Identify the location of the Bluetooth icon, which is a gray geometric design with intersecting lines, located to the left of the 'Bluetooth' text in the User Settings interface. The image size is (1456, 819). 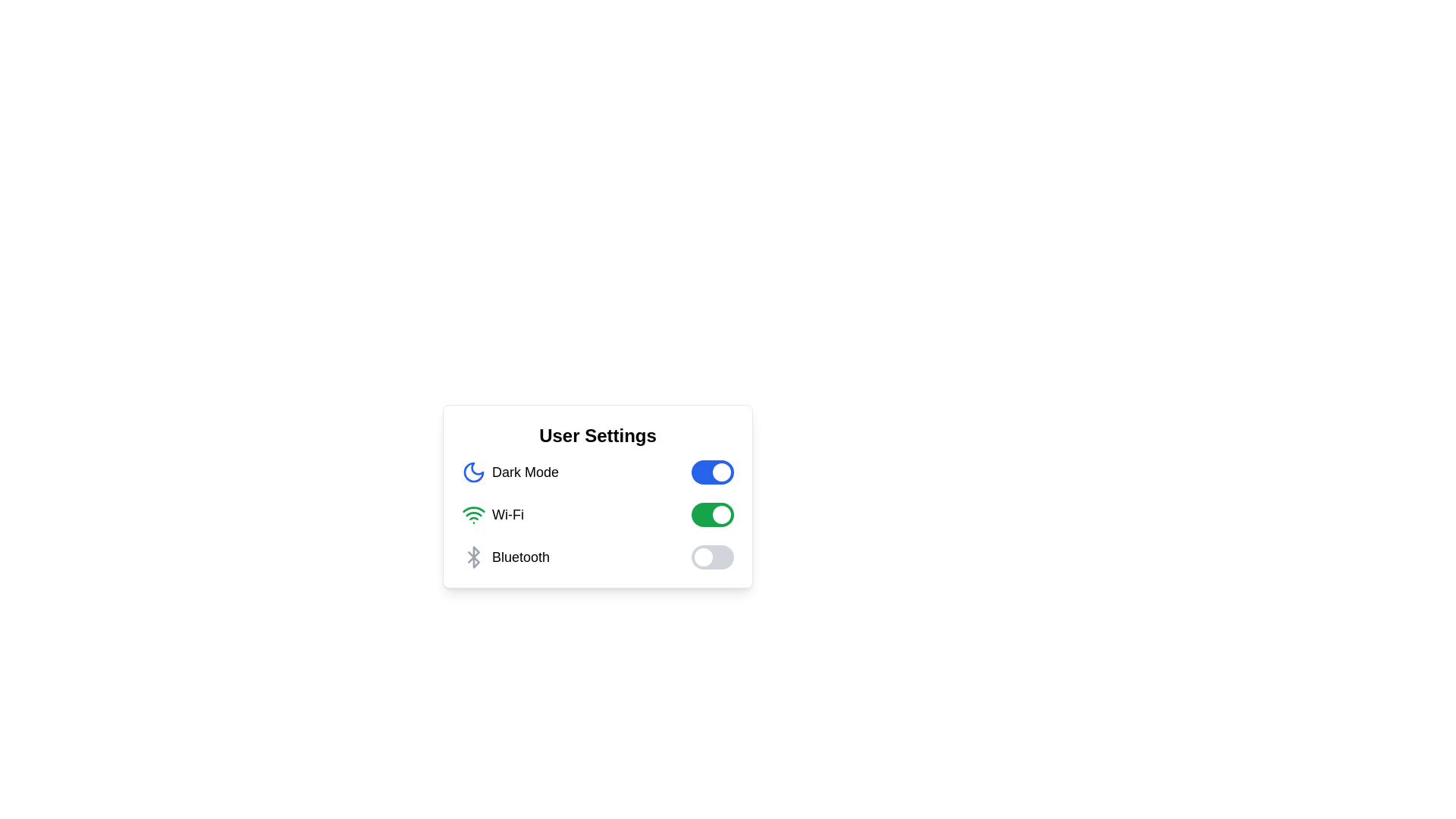
(472, 557).